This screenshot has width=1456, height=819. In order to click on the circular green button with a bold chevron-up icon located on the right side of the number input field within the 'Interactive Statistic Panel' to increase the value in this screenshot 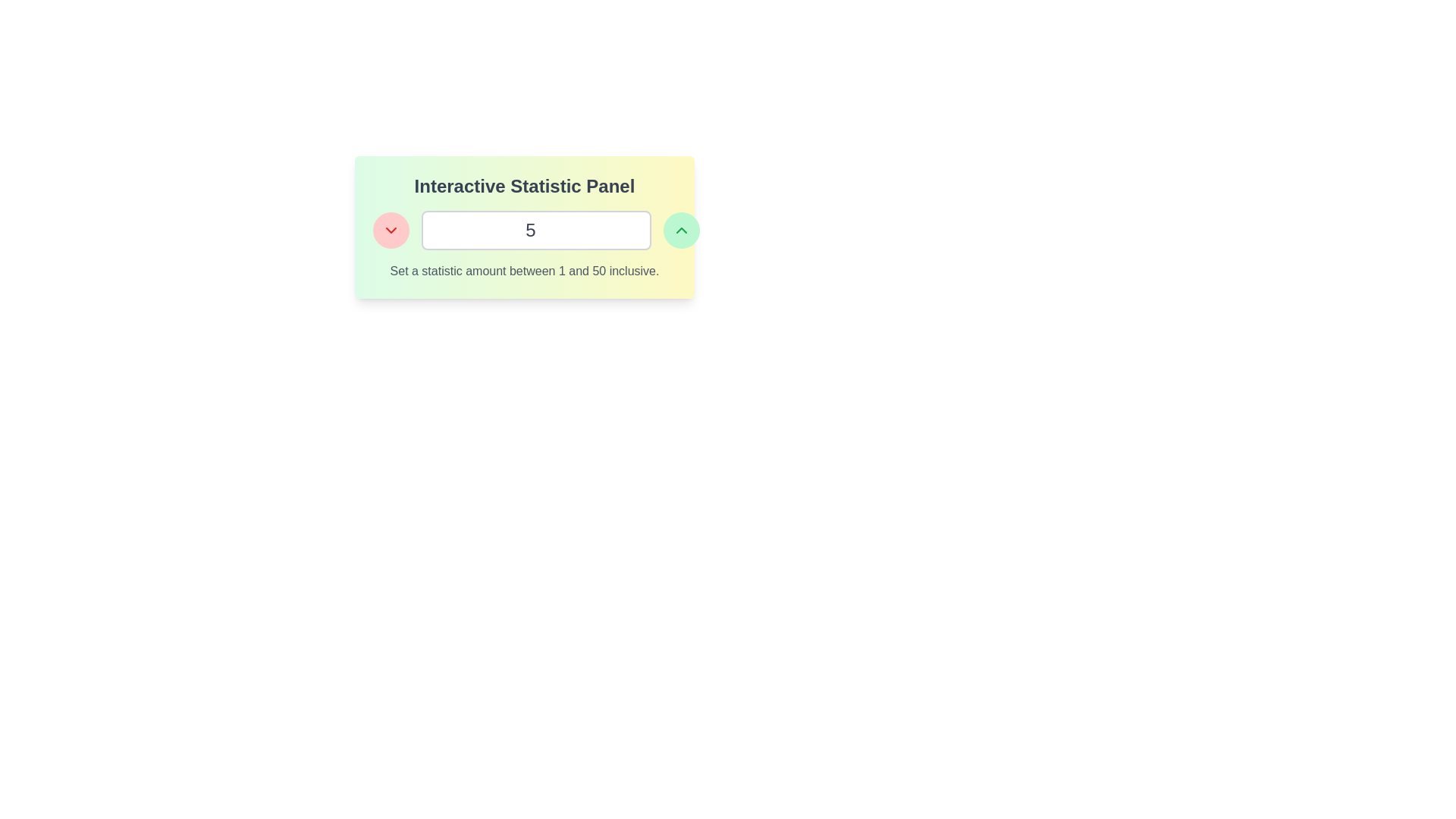, I will do `click(680, 231)`.